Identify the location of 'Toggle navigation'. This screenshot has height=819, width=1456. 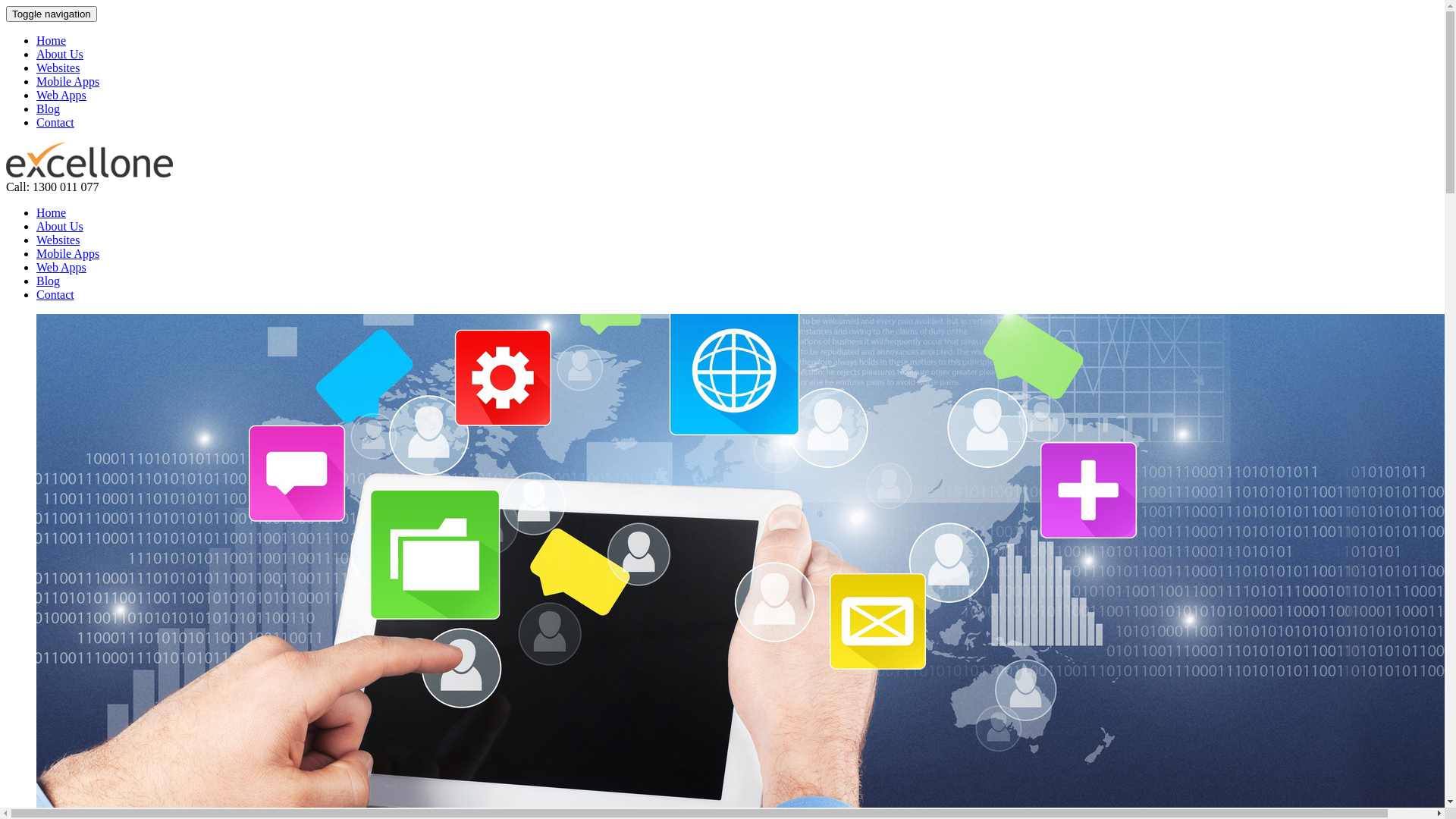
(51, 14).